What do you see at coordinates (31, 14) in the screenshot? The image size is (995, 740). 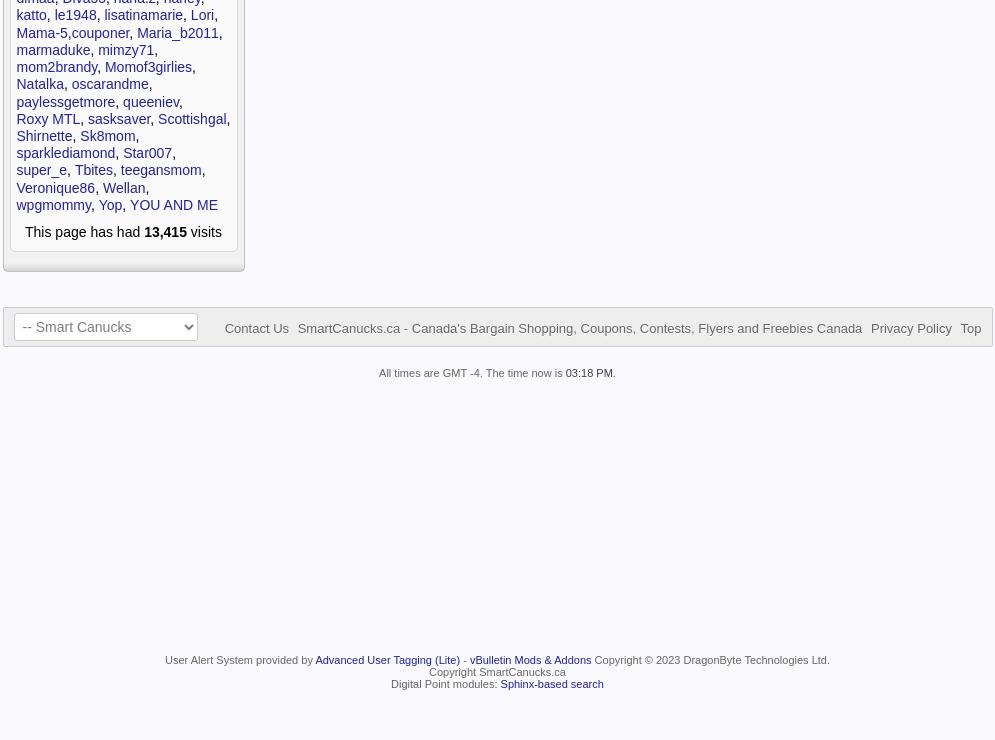 I see `'katto'` at bounding box center [31, 14].